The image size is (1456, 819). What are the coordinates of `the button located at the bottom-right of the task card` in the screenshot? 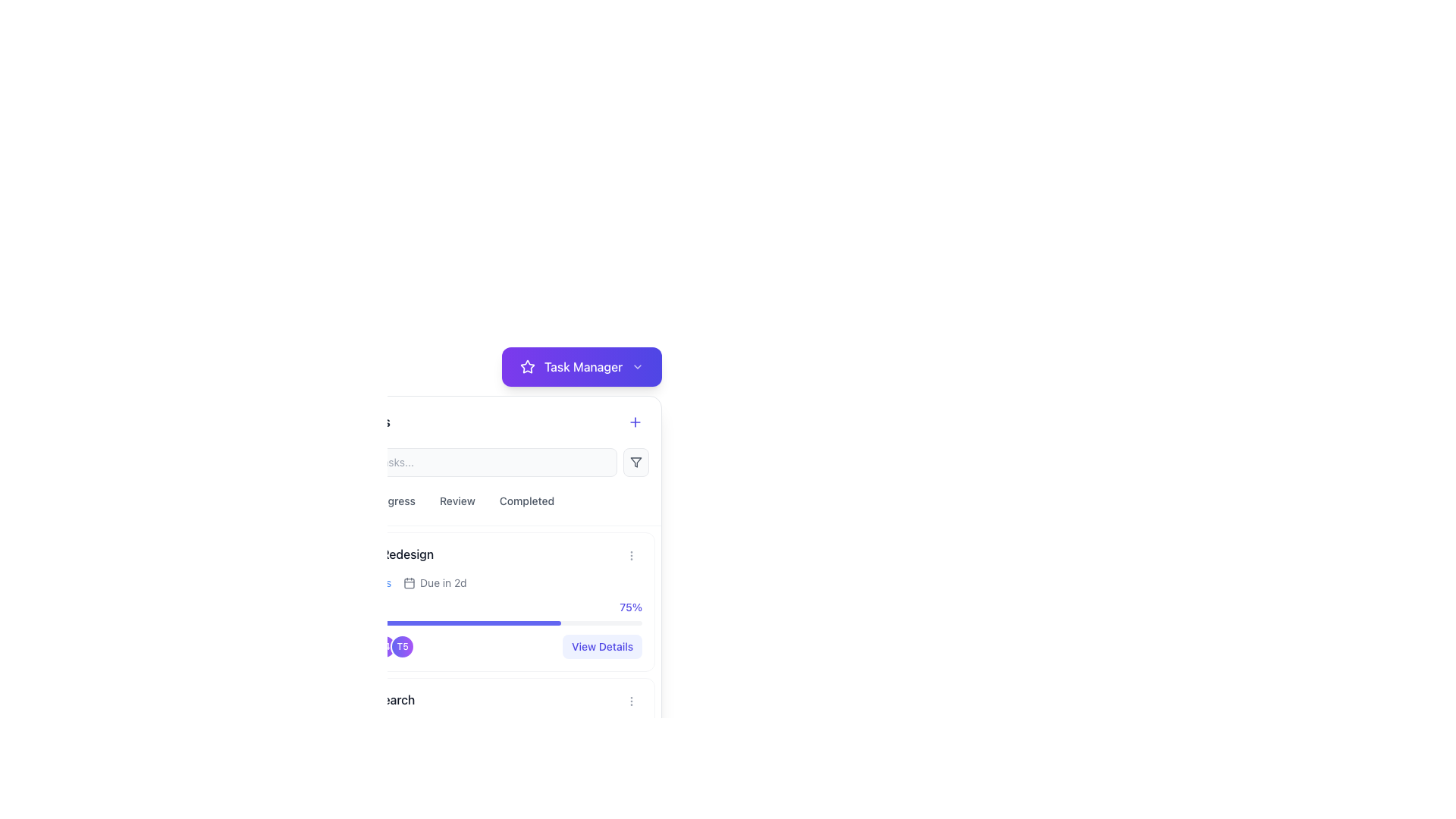 It's located at (632, 555).